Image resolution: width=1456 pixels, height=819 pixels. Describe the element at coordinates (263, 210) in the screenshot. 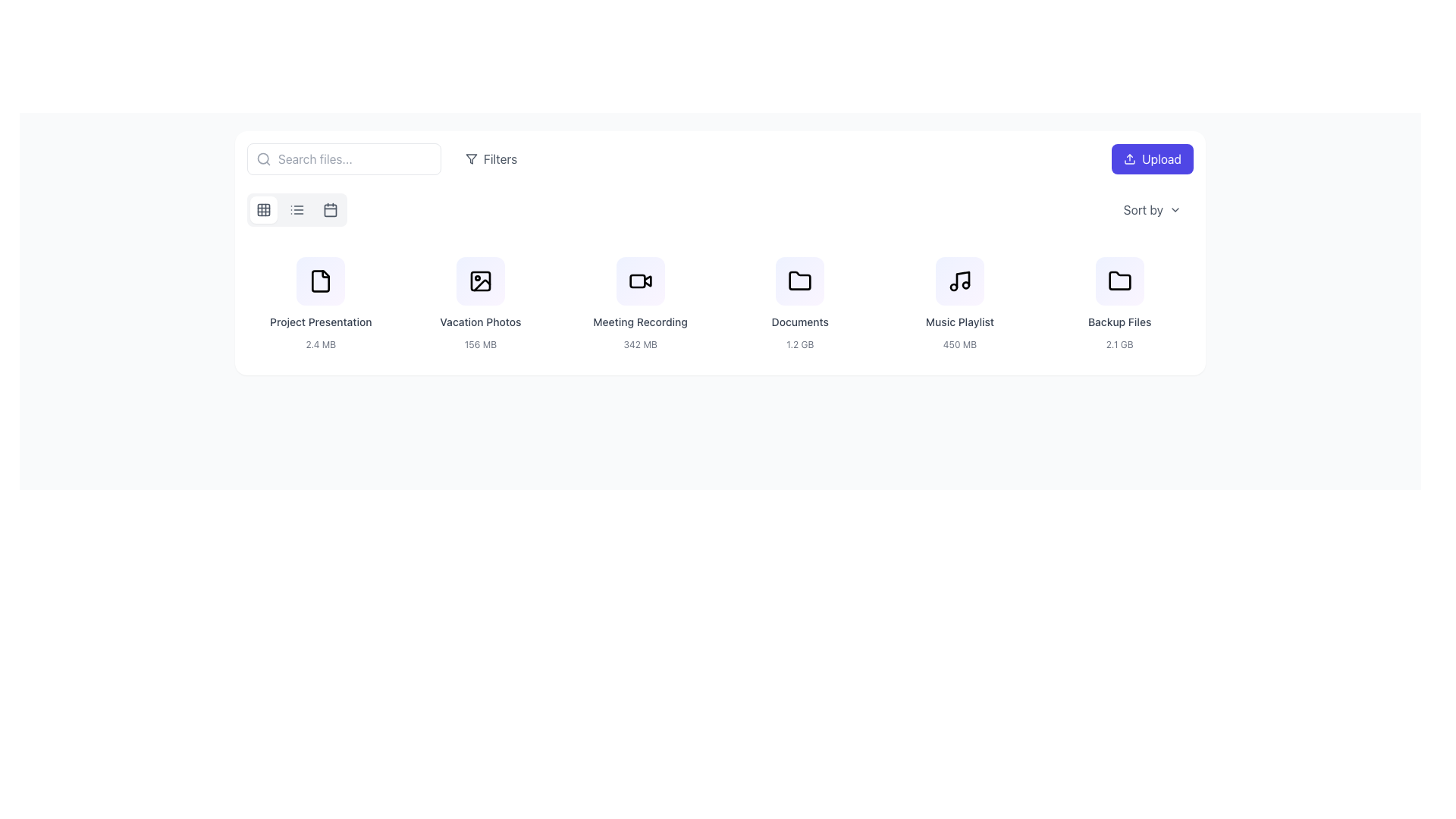

I see `grid icon located at the top-left of the interface, representing the first row and first column of a 3x3 grid layout` at that location.